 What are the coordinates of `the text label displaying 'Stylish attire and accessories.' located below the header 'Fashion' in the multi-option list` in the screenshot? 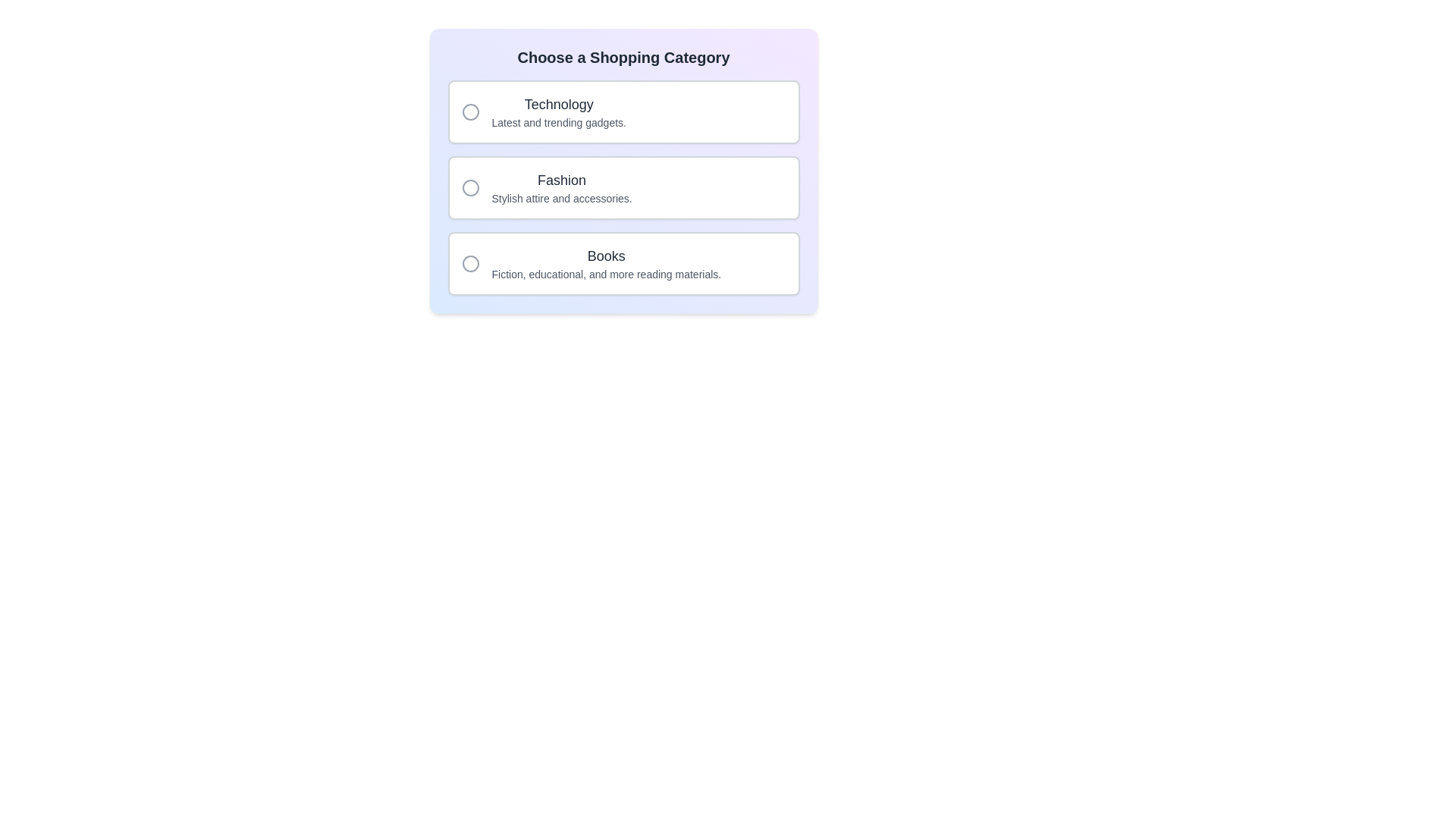 It's located at (561, 198).